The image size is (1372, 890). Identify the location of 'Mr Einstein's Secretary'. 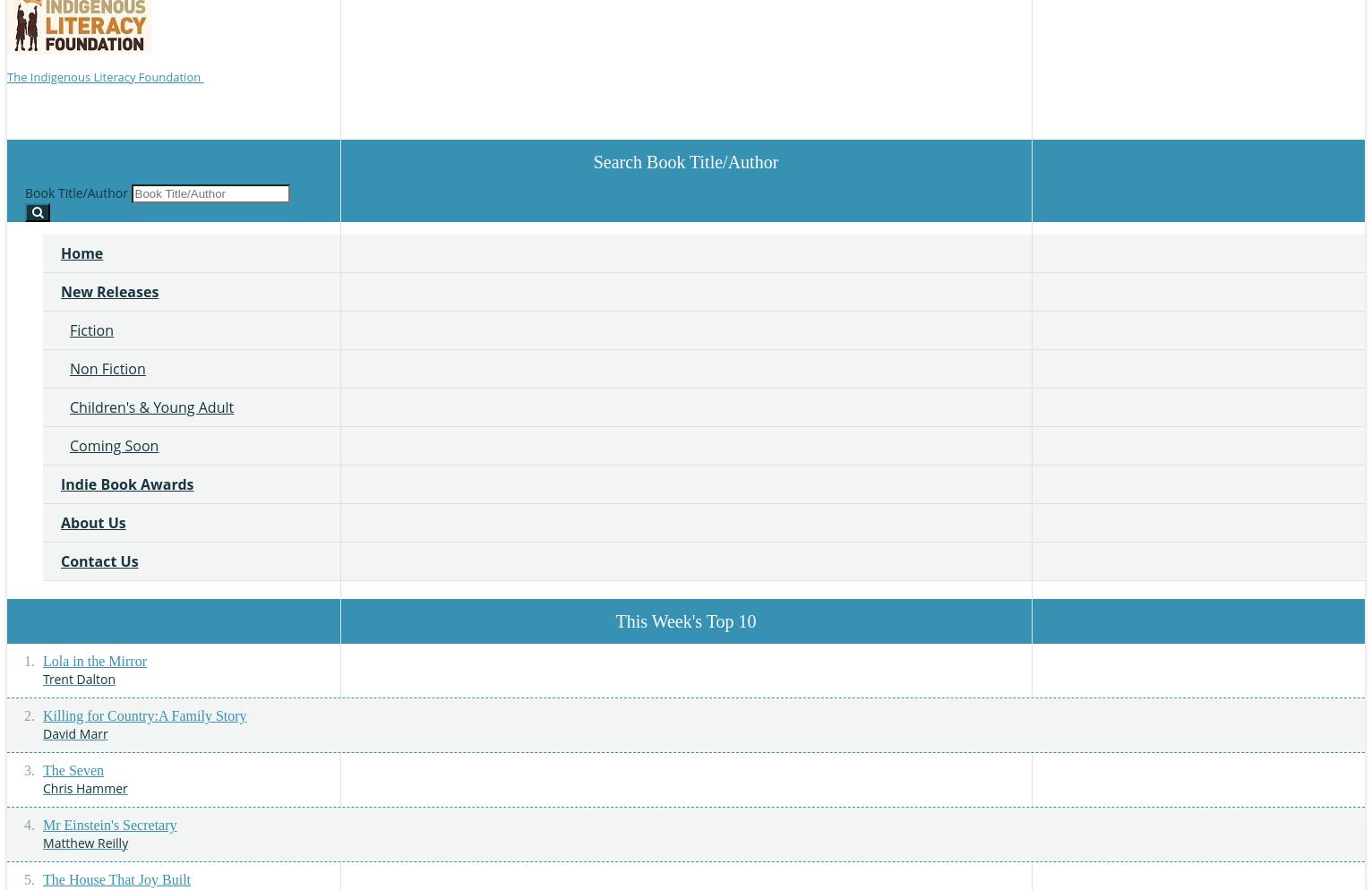
(108, 823).